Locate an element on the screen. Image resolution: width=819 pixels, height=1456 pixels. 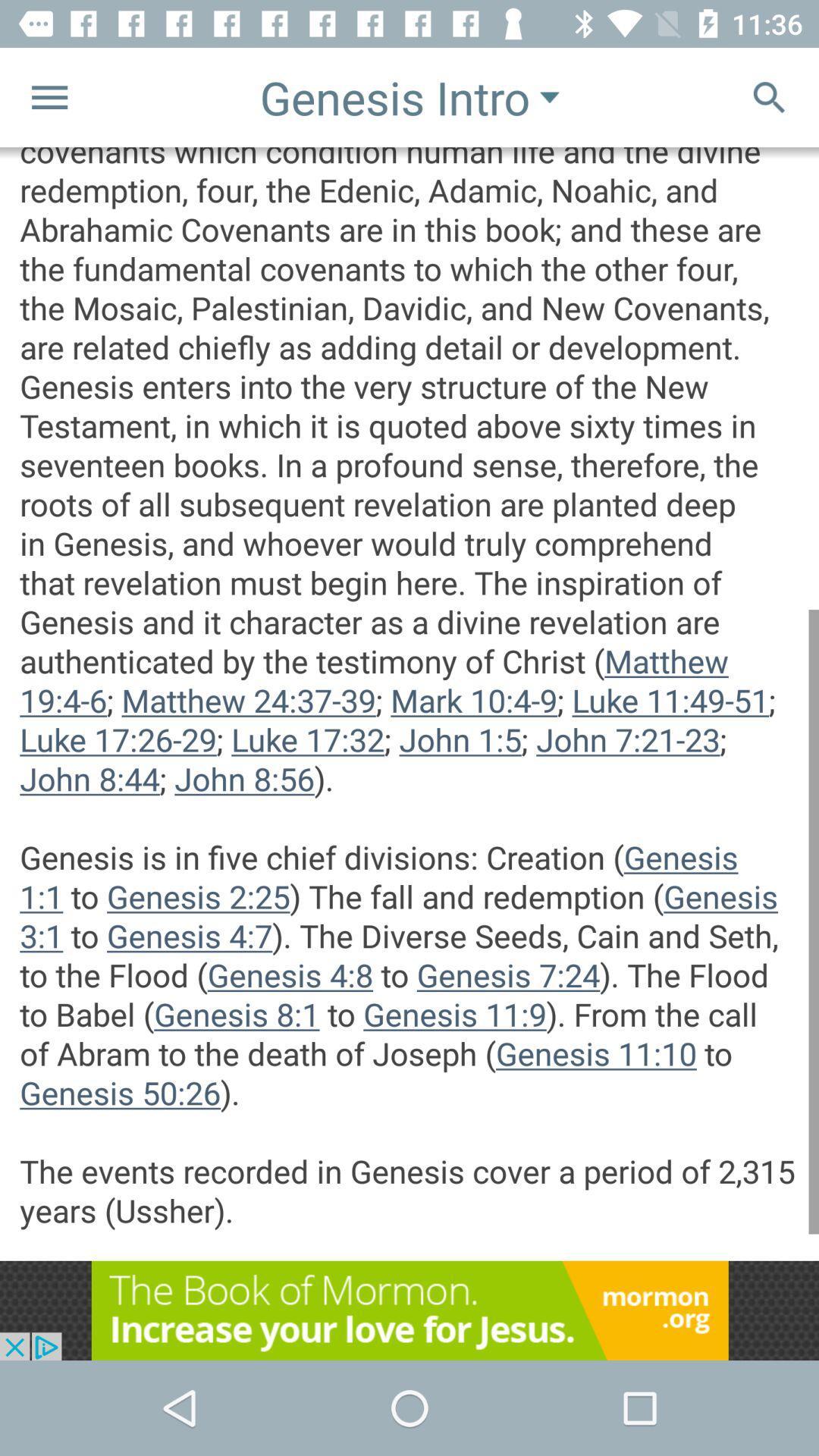
the advertised site is located at coordinates (409, 1310).